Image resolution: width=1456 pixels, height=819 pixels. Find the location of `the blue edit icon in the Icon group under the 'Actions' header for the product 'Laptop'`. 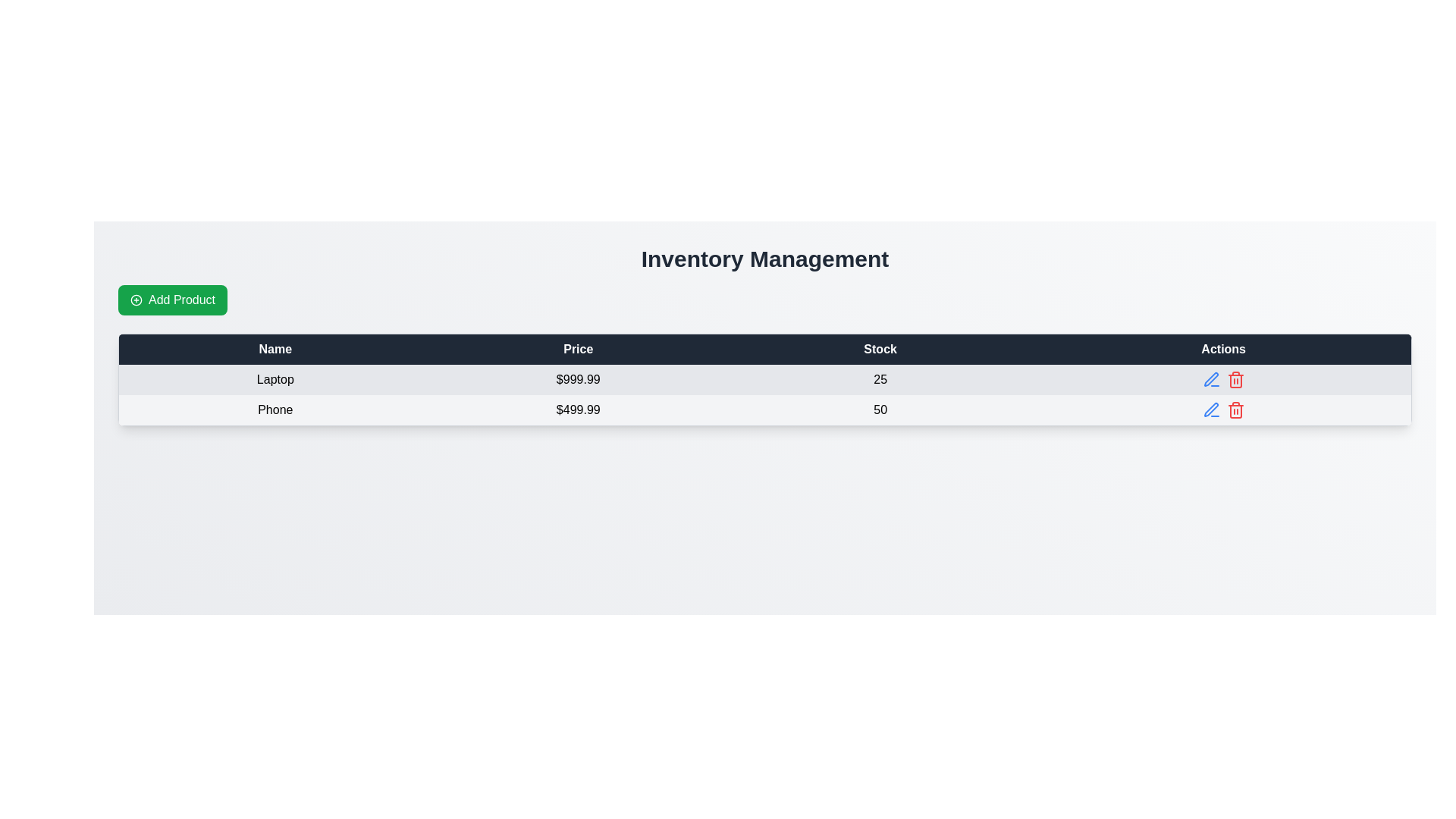

the blue edit icon in the Icon group under the 'Actions' header for the product 'Laptop' is located at coordinates (1223, 379).